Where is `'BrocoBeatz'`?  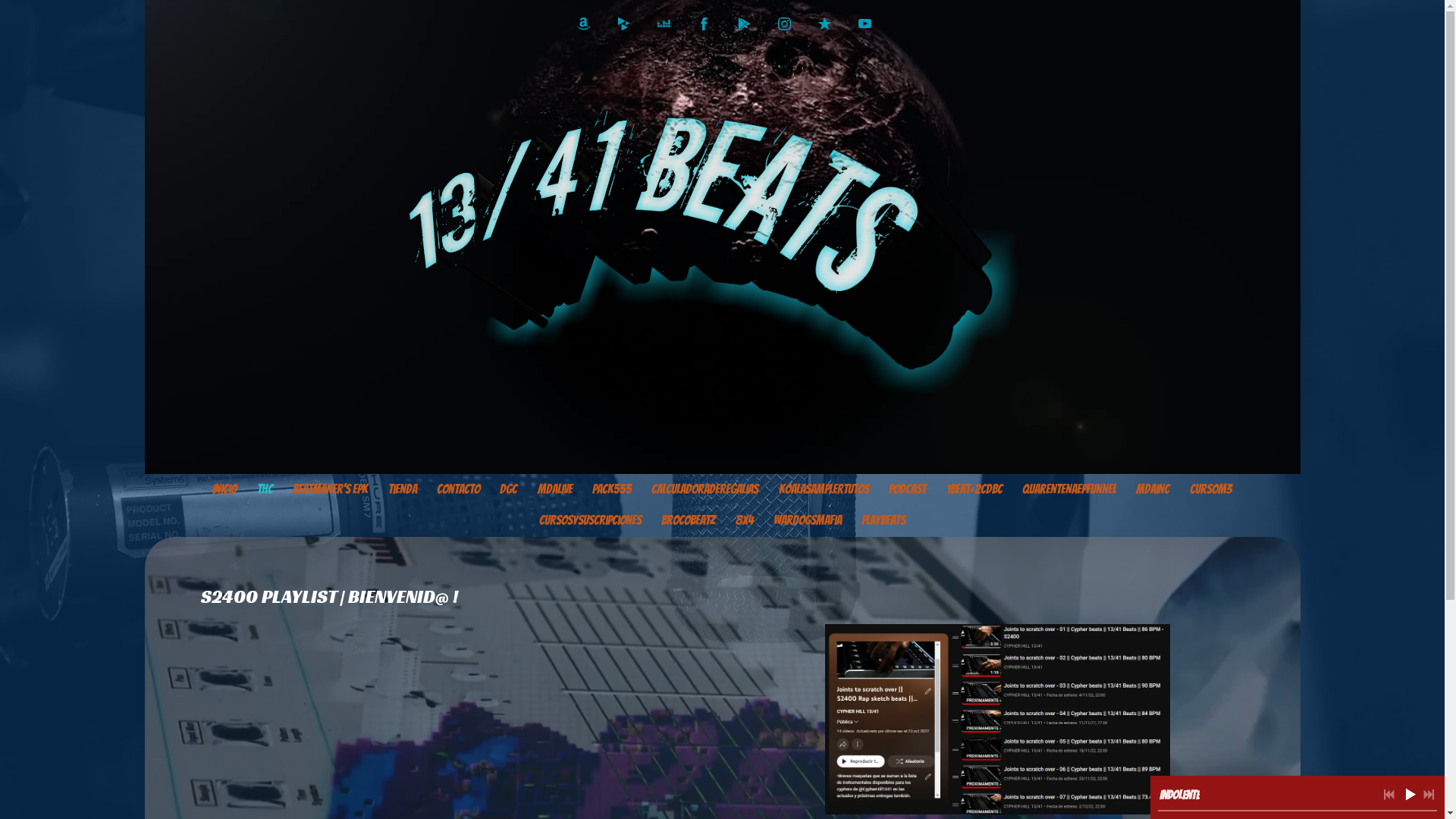 'BrocoBeatz' is located at coordinates (687, 519).